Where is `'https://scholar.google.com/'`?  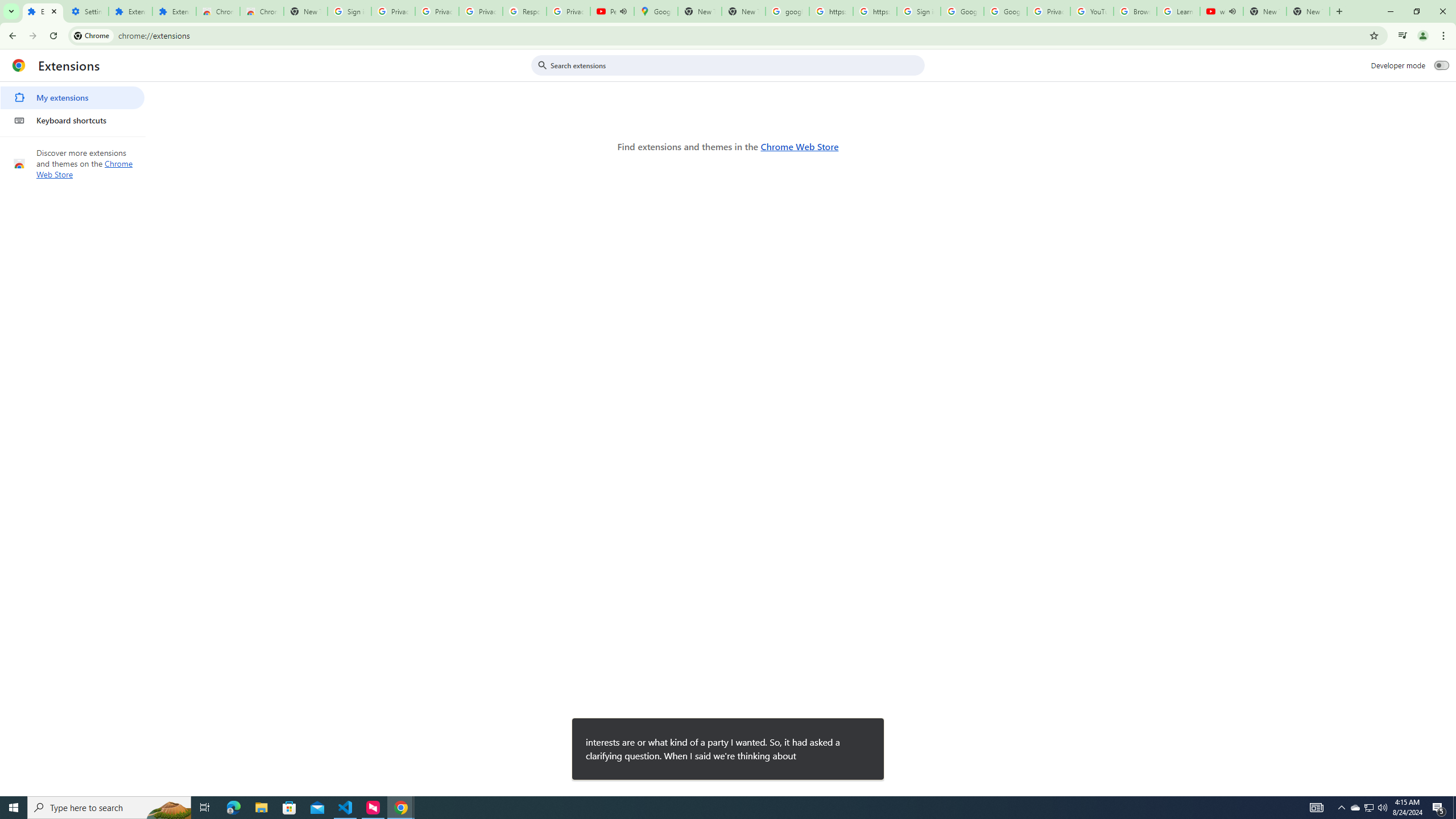
'https://scholar.google.com/' is located at coordinates (874, 11).